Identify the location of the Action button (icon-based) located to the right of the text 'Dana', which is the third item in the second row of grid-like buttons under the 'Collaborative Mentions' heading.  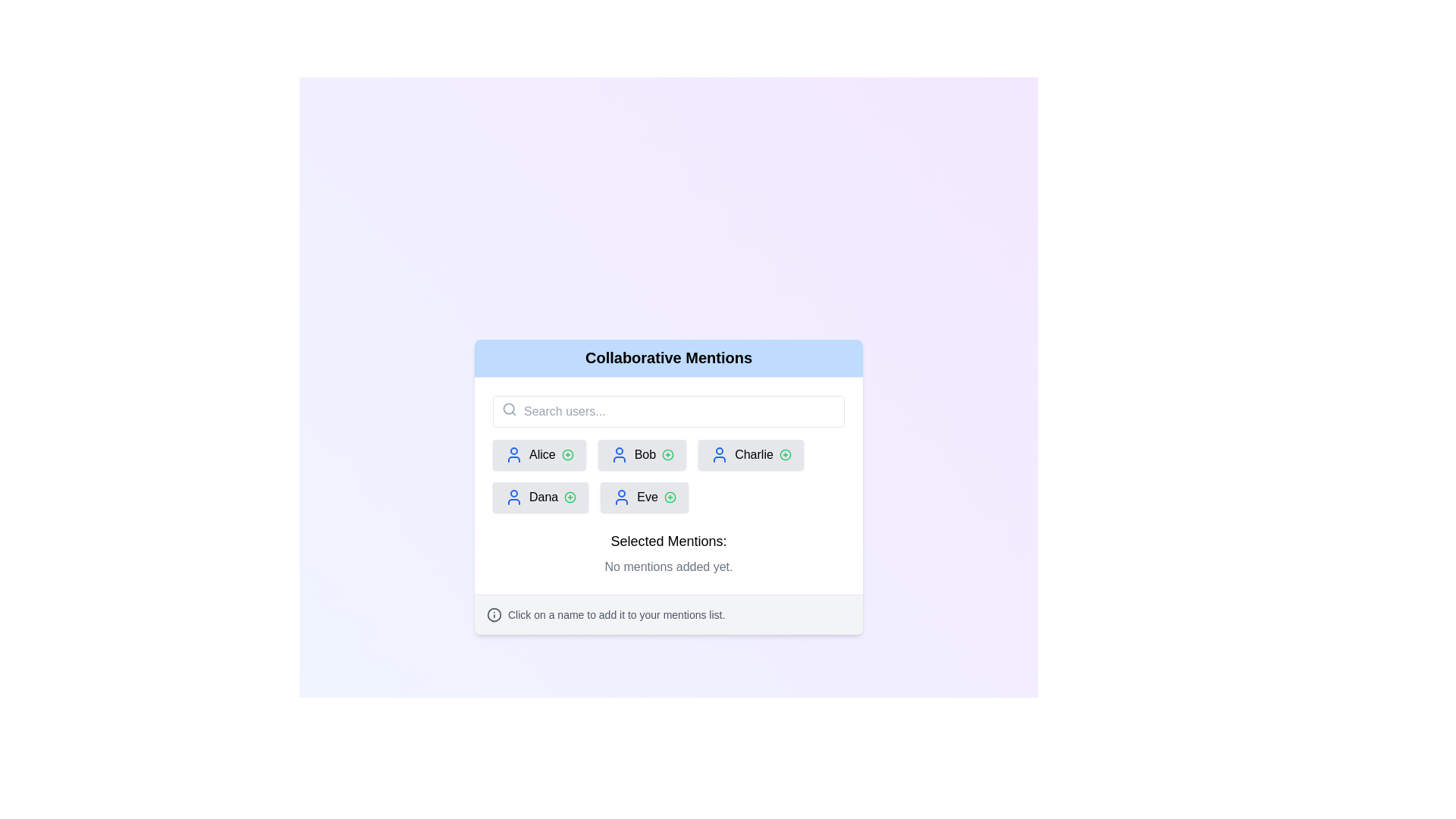
(570, 497).